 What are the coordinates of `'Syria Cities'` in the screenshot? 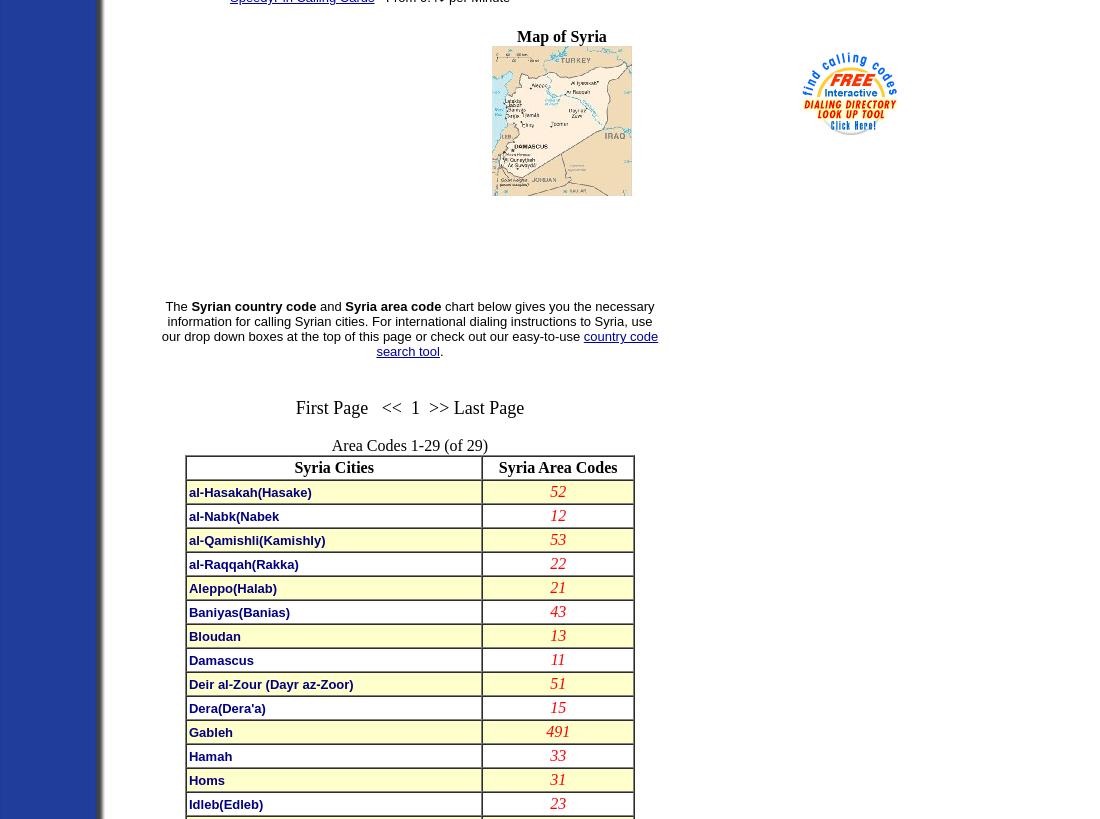 It's located at (332, 467).